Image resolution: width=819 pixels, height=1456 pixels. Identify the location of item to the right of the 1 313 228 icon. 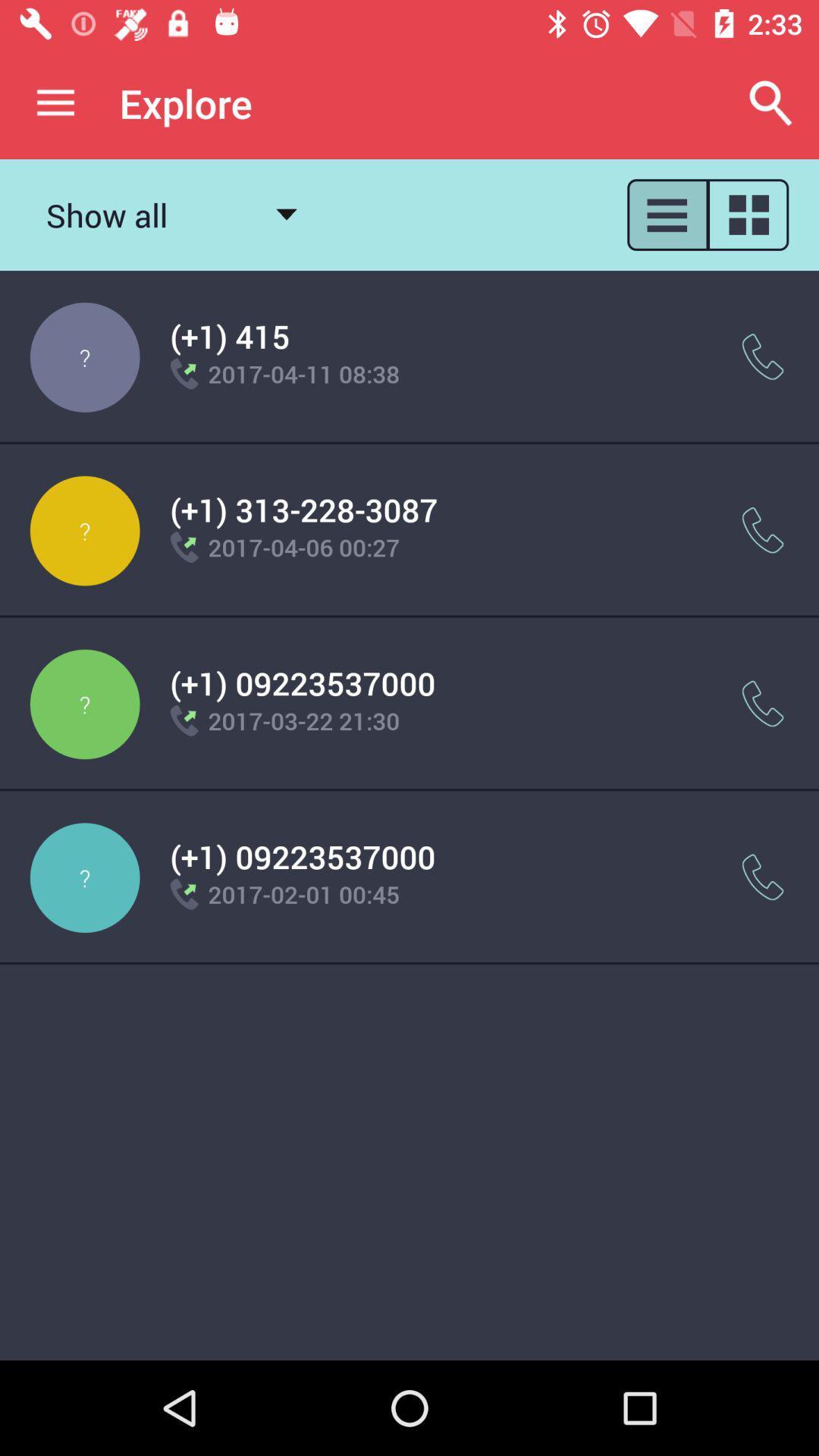
(763, 530).